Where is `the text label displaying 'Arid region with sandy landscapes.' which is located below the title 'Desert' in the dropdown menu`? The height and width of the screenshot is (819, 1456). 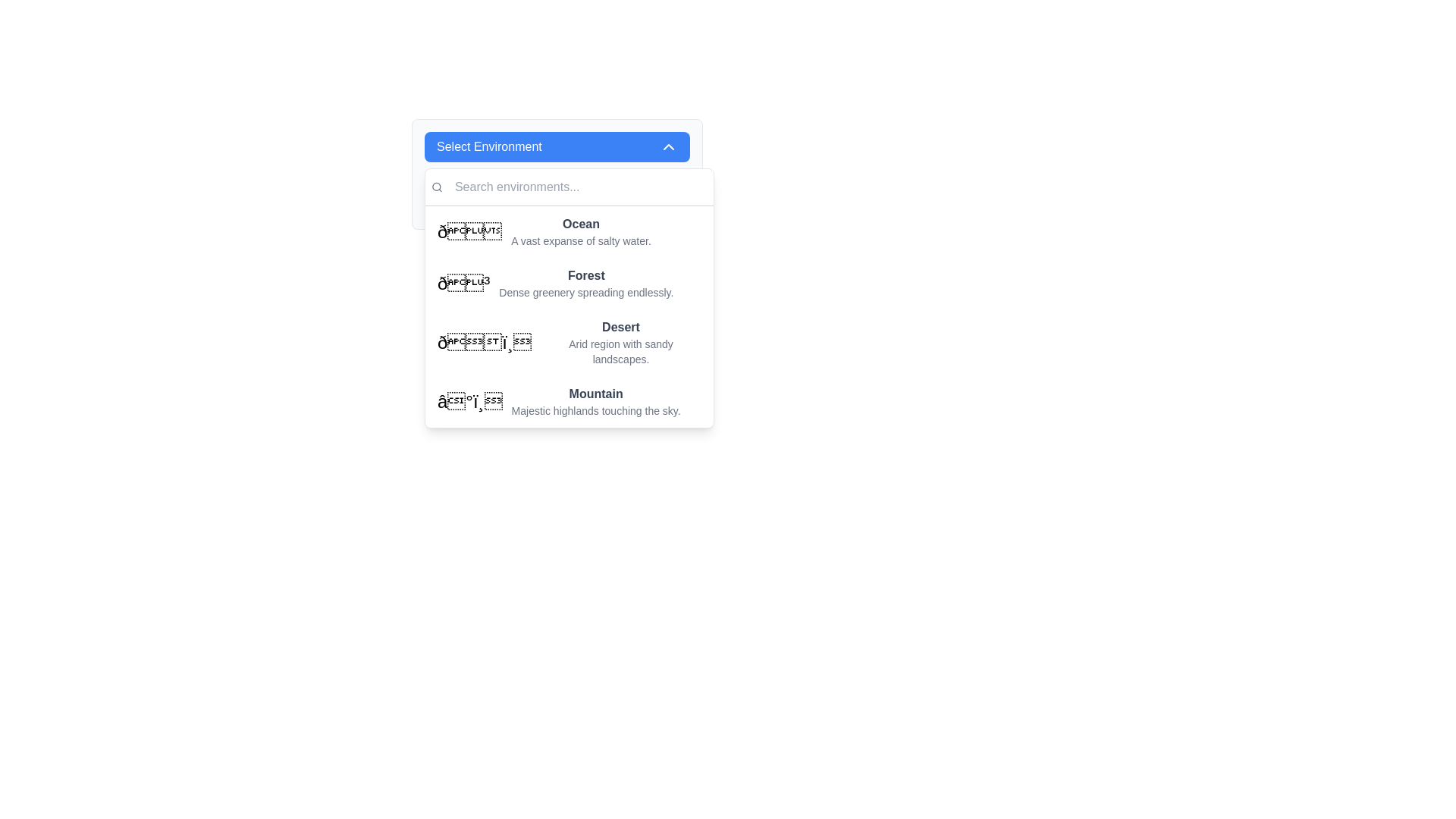
the text label displaying 'Arid region with sandy landscapes.' which is located below the title 'Desert' in the dropdown menu is located at coordinates (621, 351).